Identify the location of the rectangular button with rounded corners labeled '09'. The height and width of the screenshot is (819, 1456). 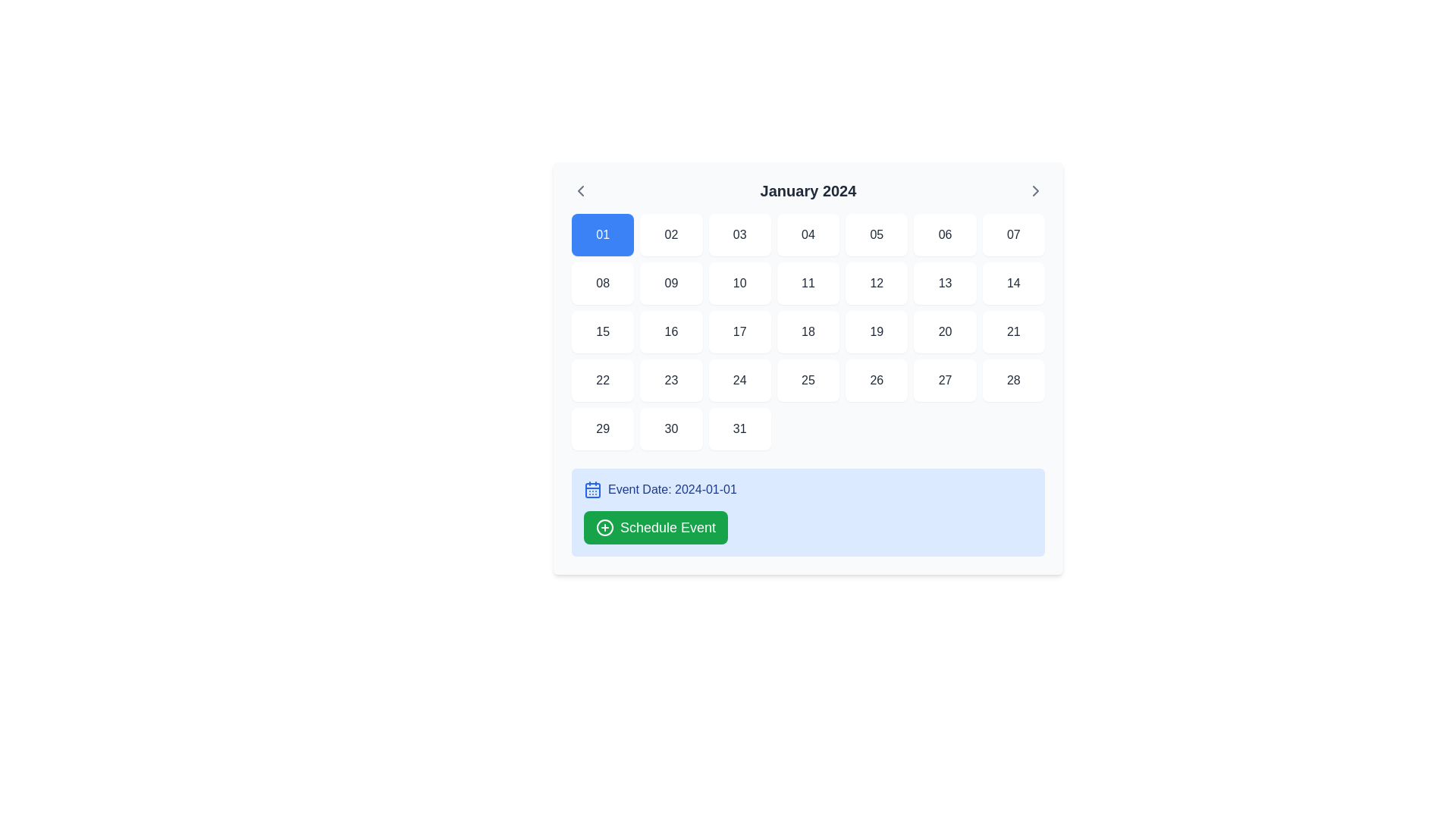
(670, 284).